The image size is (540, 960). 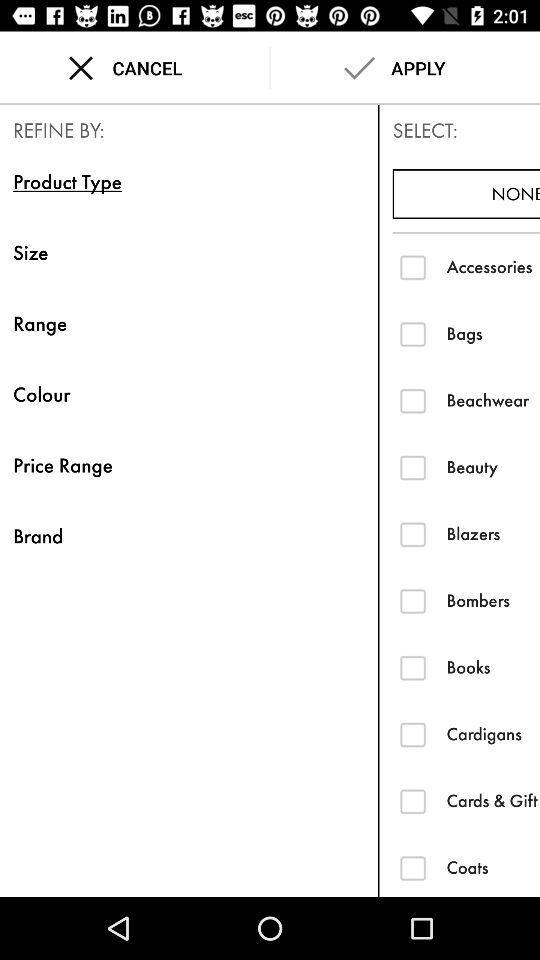 What do you see at coordinates (412, 733) in the screenshot?
I see `cordigans product` at bounding box center [412, 733].